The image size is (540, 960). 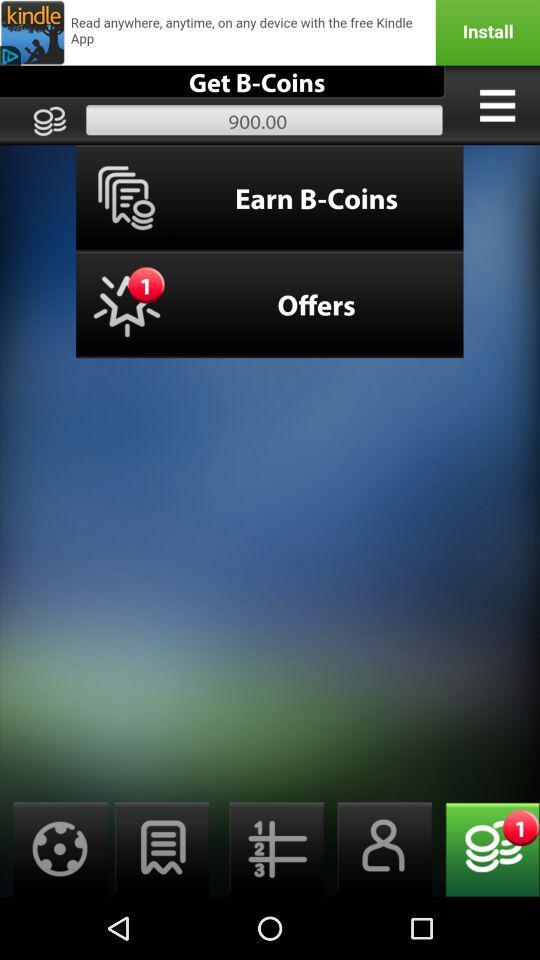 What do you see at coordinates (496, 105) in the screenshot?
I see `open section` at bounding box center [496, 105].